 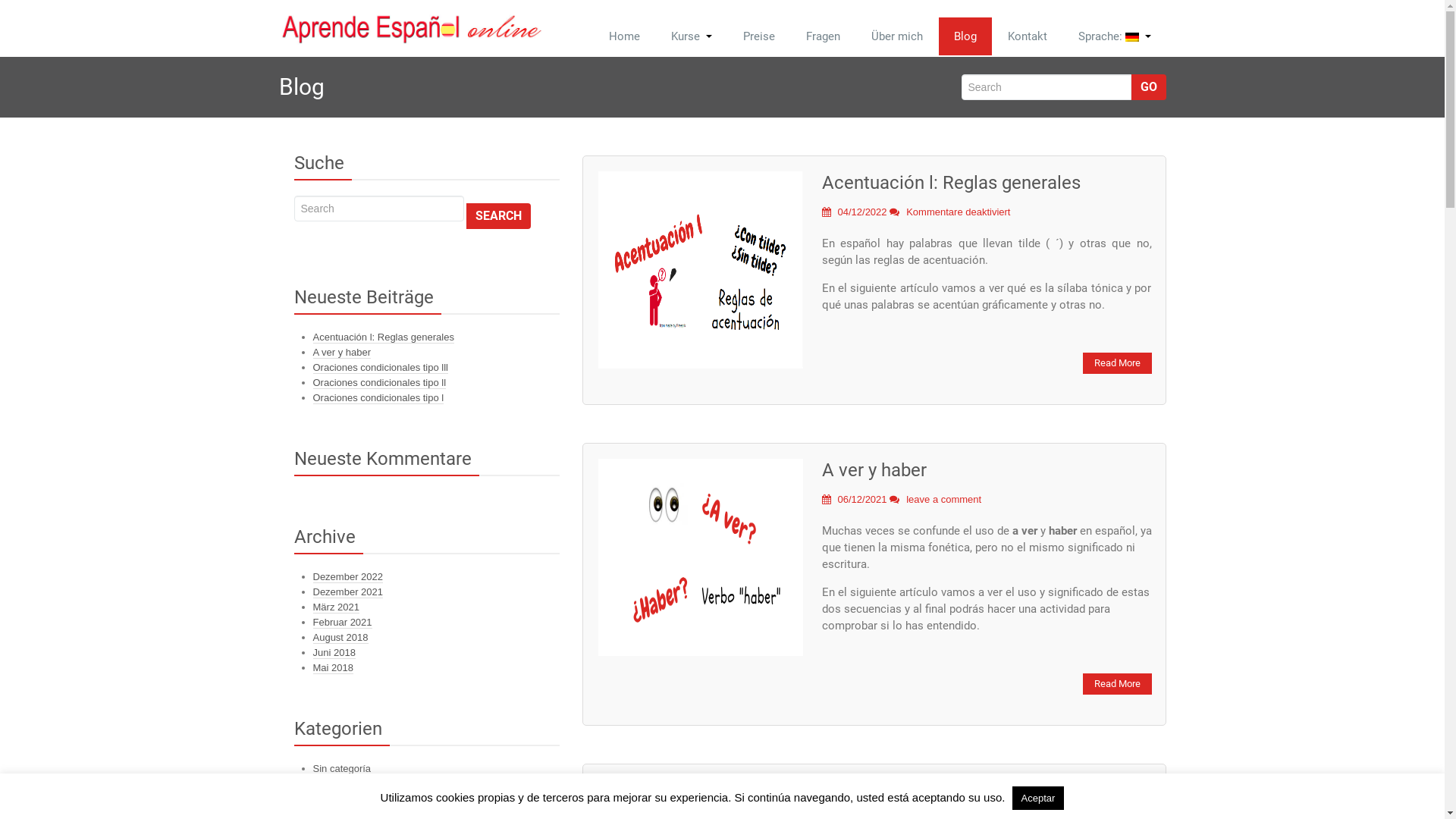 What do you see at coordinates (344, 783) in the screenshot?
I see `'Uncategorized'` at bounding box center [344, 783].